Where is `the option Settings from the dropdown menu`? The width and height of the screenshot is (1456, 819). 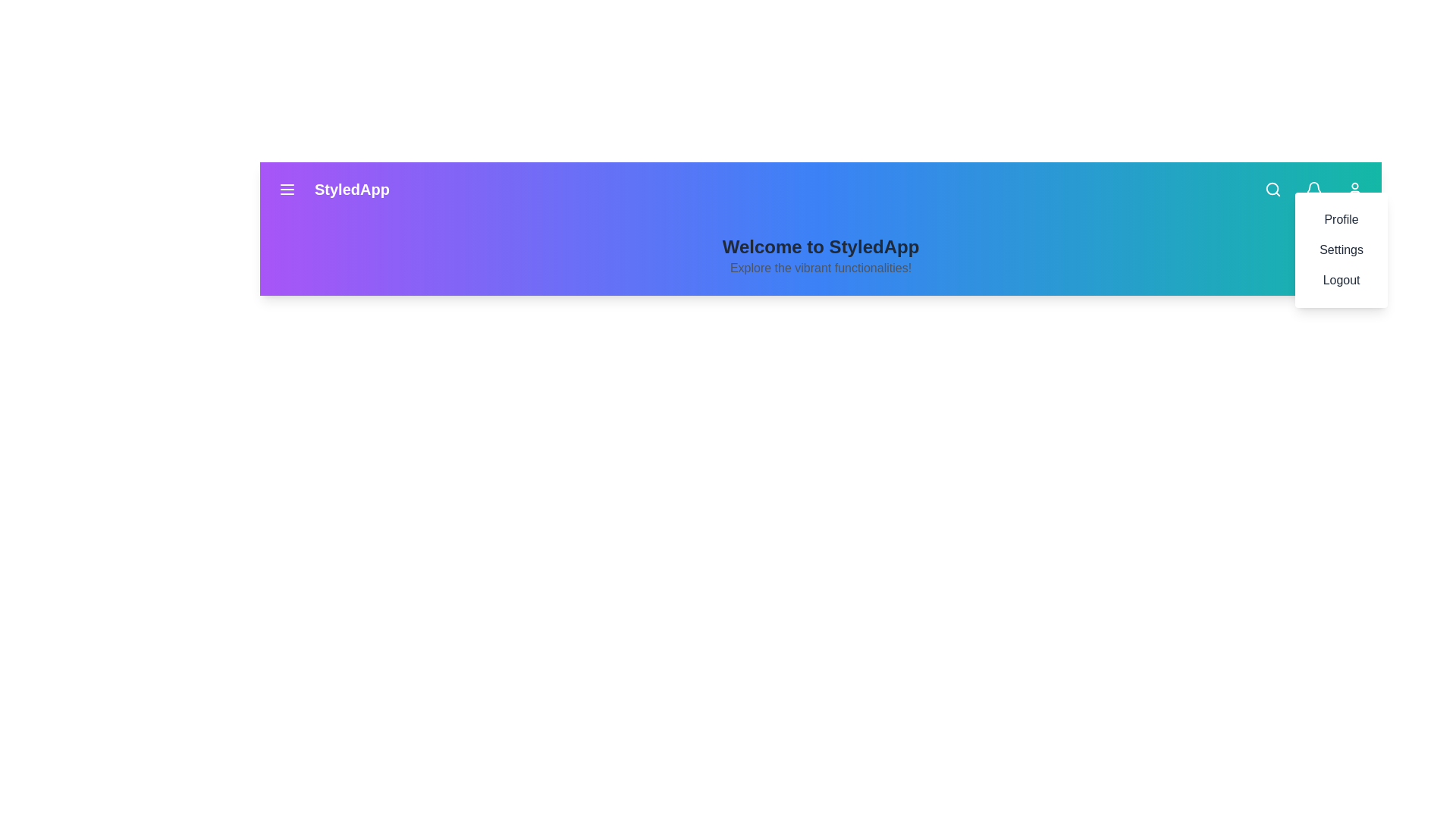 the option Settings from the dropdown menu is located at coordinates (1341, 249).